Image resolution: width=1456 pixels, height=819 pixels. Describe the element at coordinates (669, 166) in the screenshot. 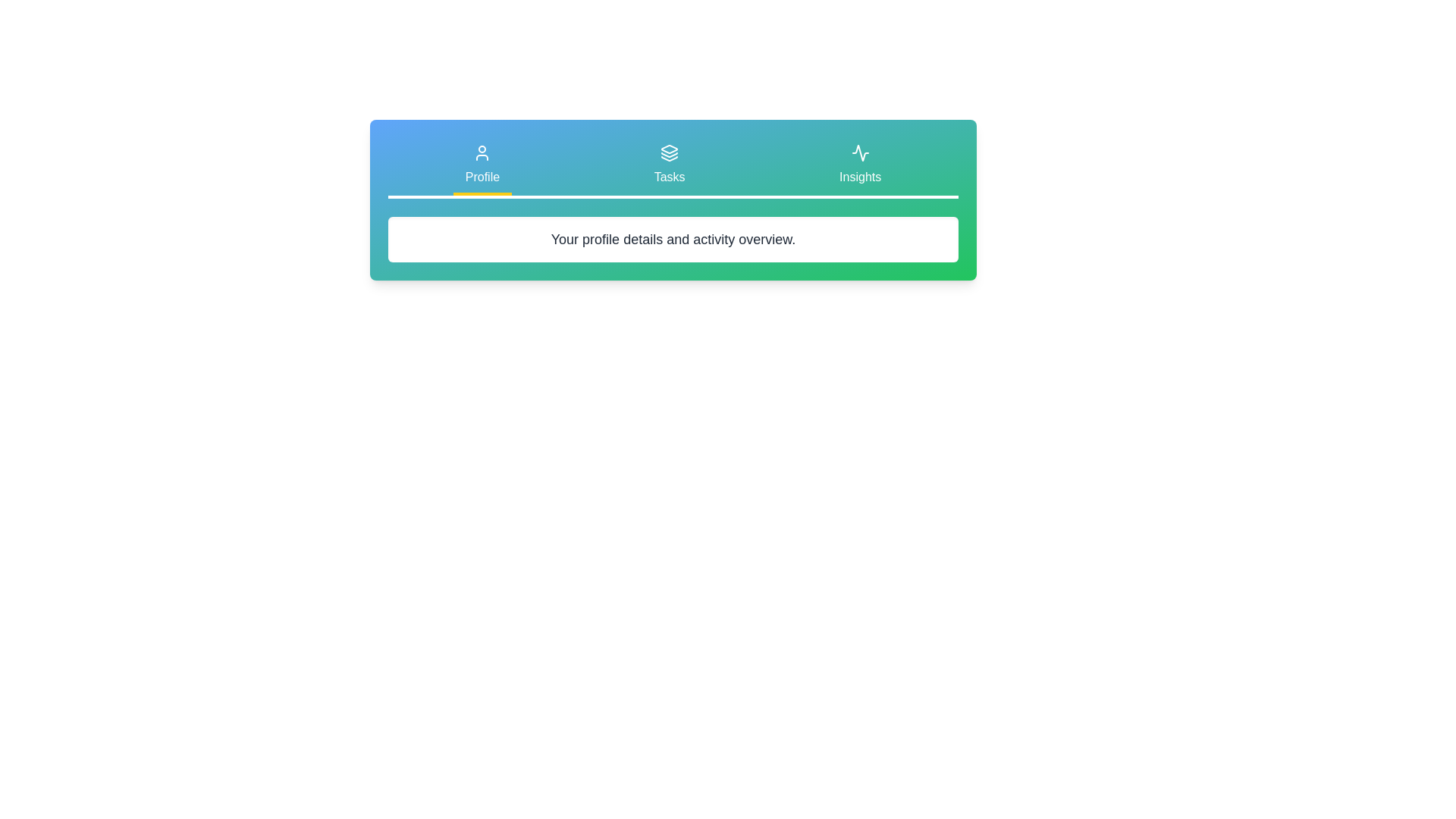

I see `the tab labeled Tasks` at that location.